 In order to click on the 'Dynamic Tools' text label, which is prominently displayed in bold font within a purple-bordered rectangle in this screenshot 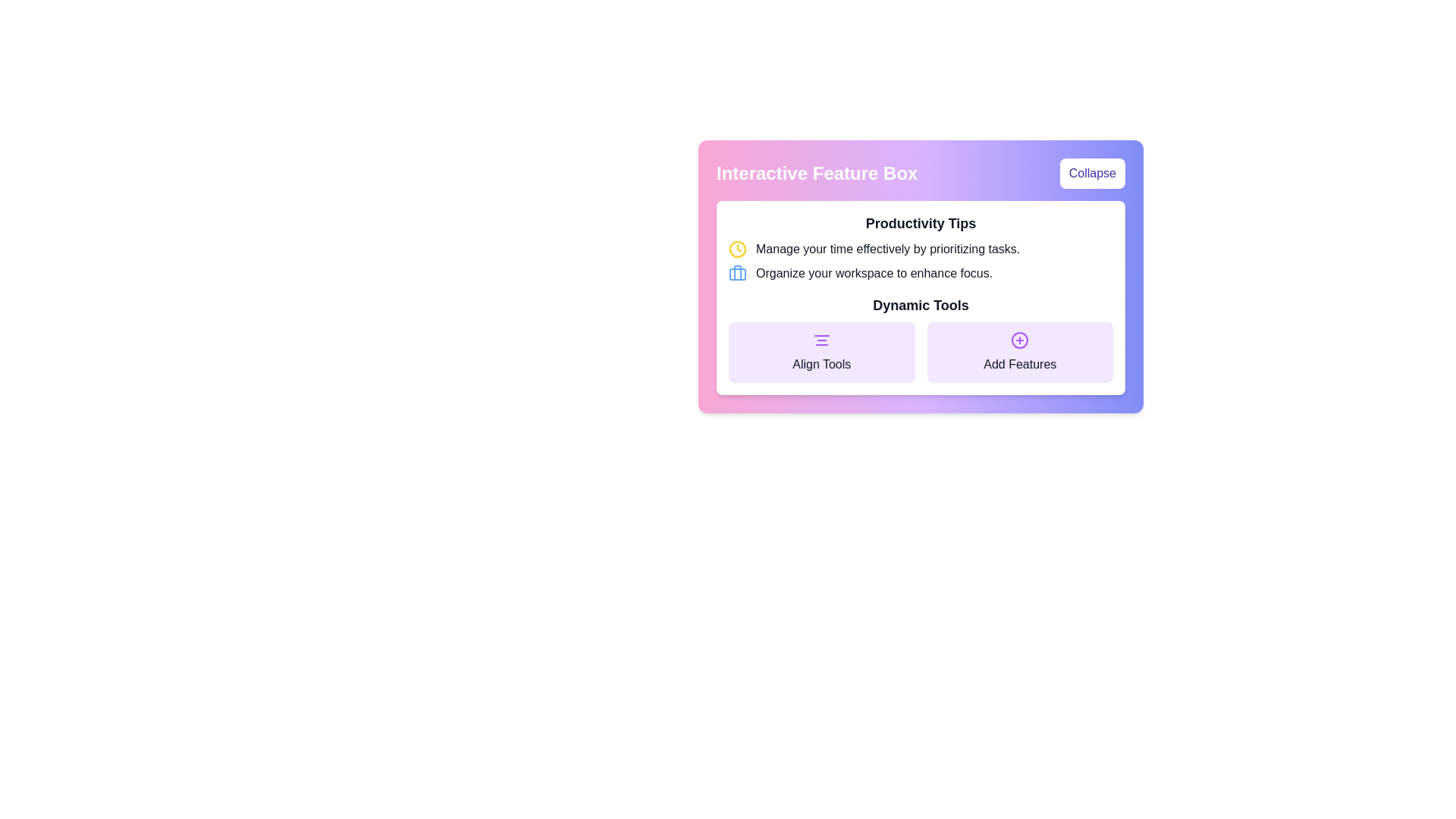, I will do `click(920, 305)`.